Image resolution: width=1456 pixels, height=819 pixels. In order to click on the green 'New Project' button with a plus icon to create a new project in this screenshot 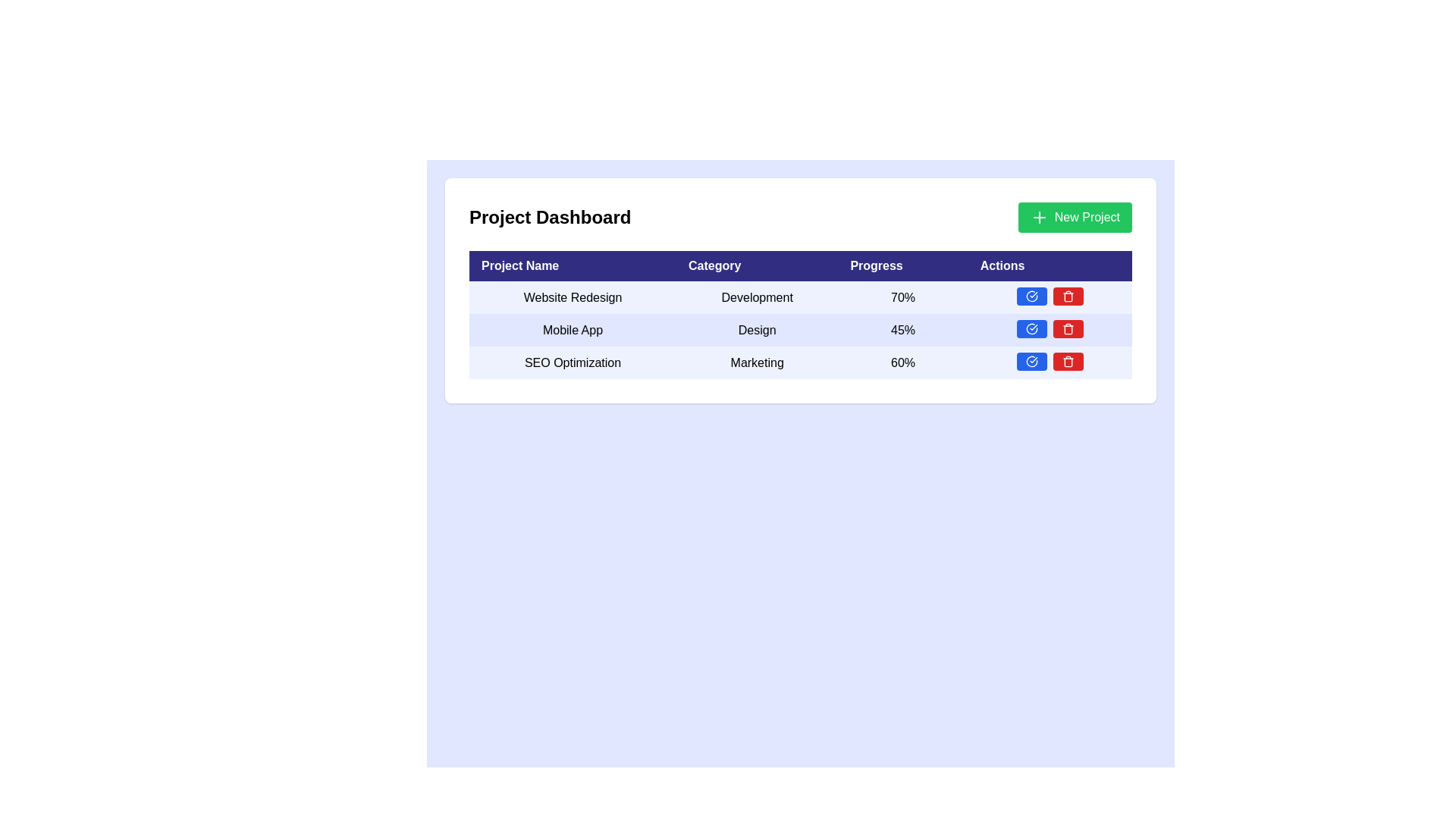, I will do `click(1074, 217)`.